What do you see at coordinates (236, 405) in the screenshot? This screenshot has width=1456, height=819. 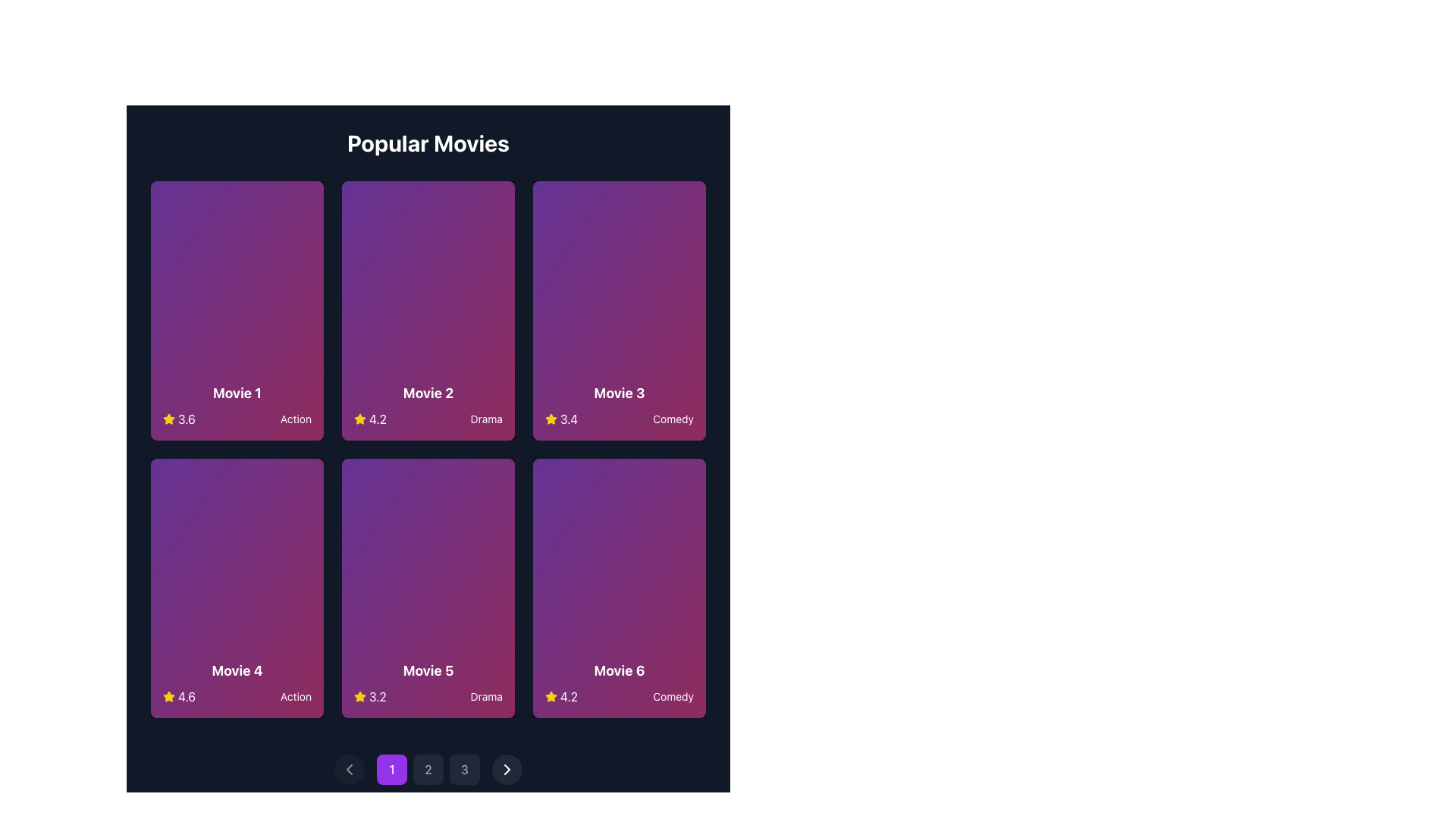 I see `the movie information card located in the bottom portion of the first card in the grid layout, which includes details such as title, rating, and genre` at bounding box center [236, 405].